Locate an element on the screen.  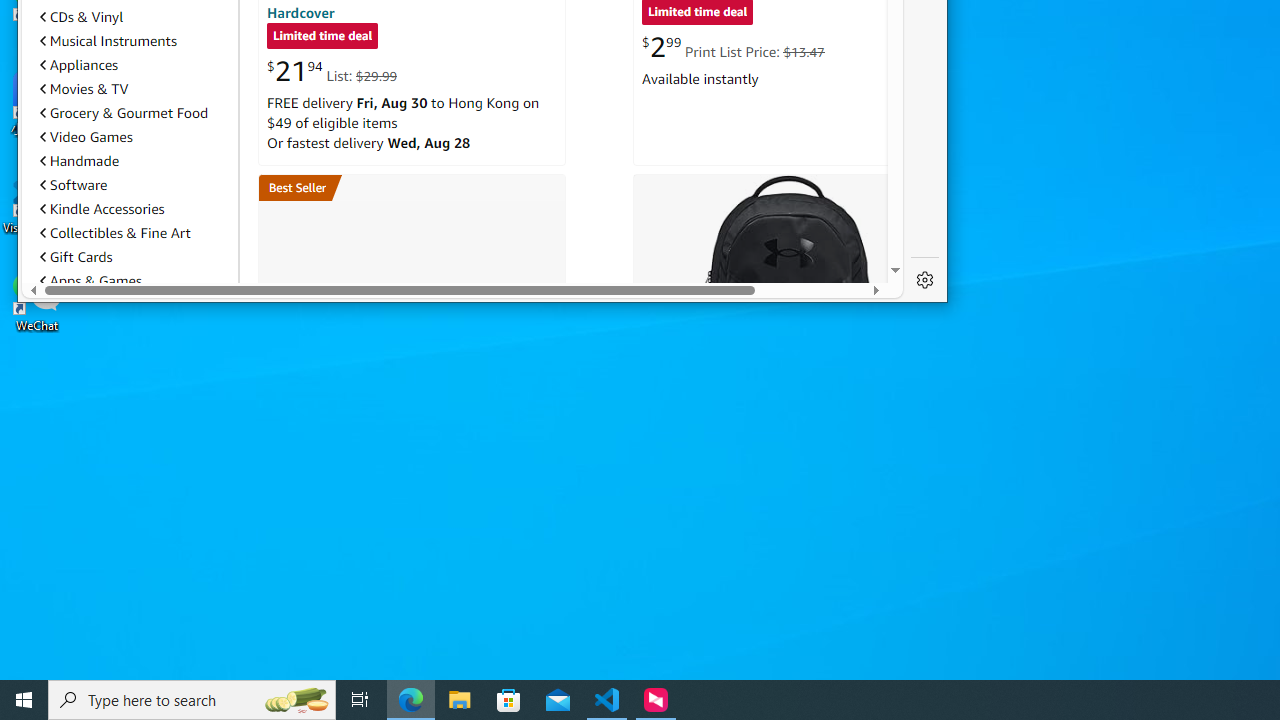
'Limited time deal' is located at coordinates (323, 37).